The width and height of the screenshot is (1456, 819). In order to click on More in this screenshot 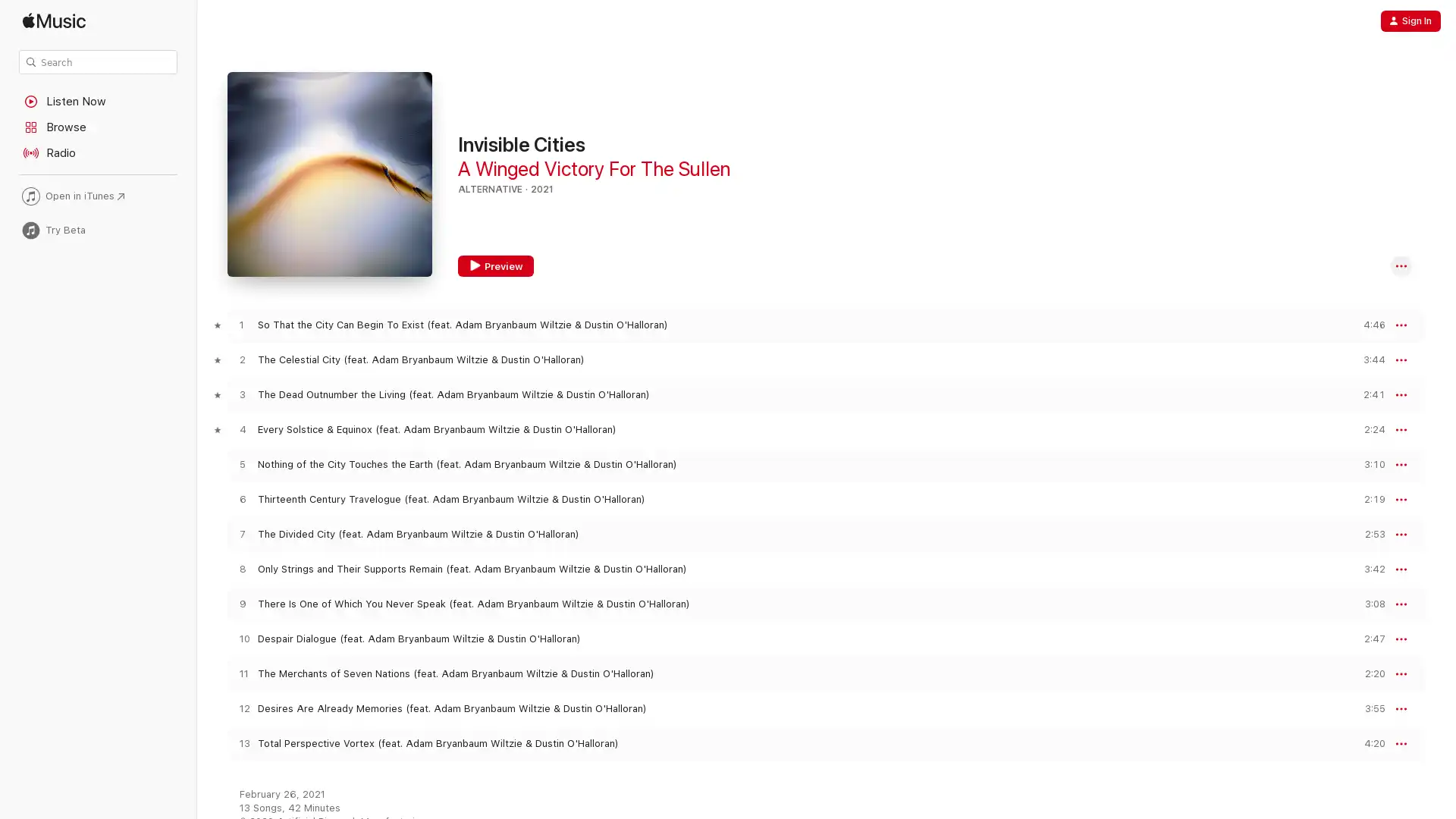, I will do `click(1401, 265)`.